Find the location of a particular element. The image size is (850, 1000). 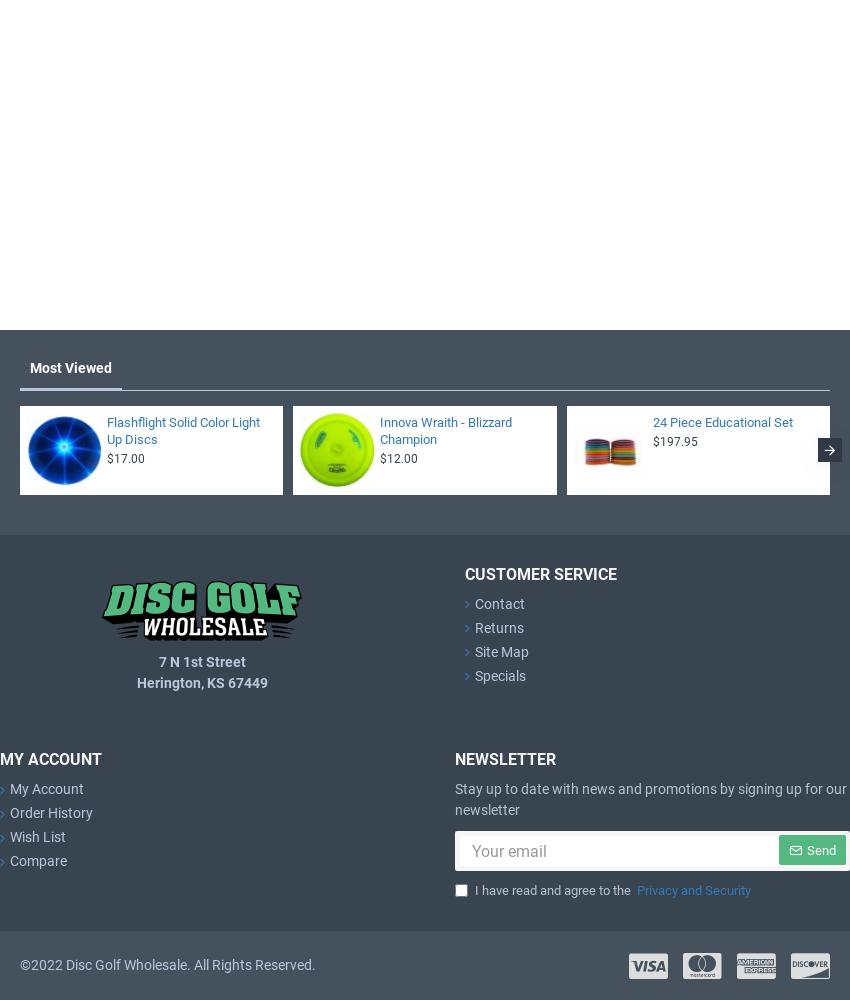

'Returns' is located at coordinates (499, 627).